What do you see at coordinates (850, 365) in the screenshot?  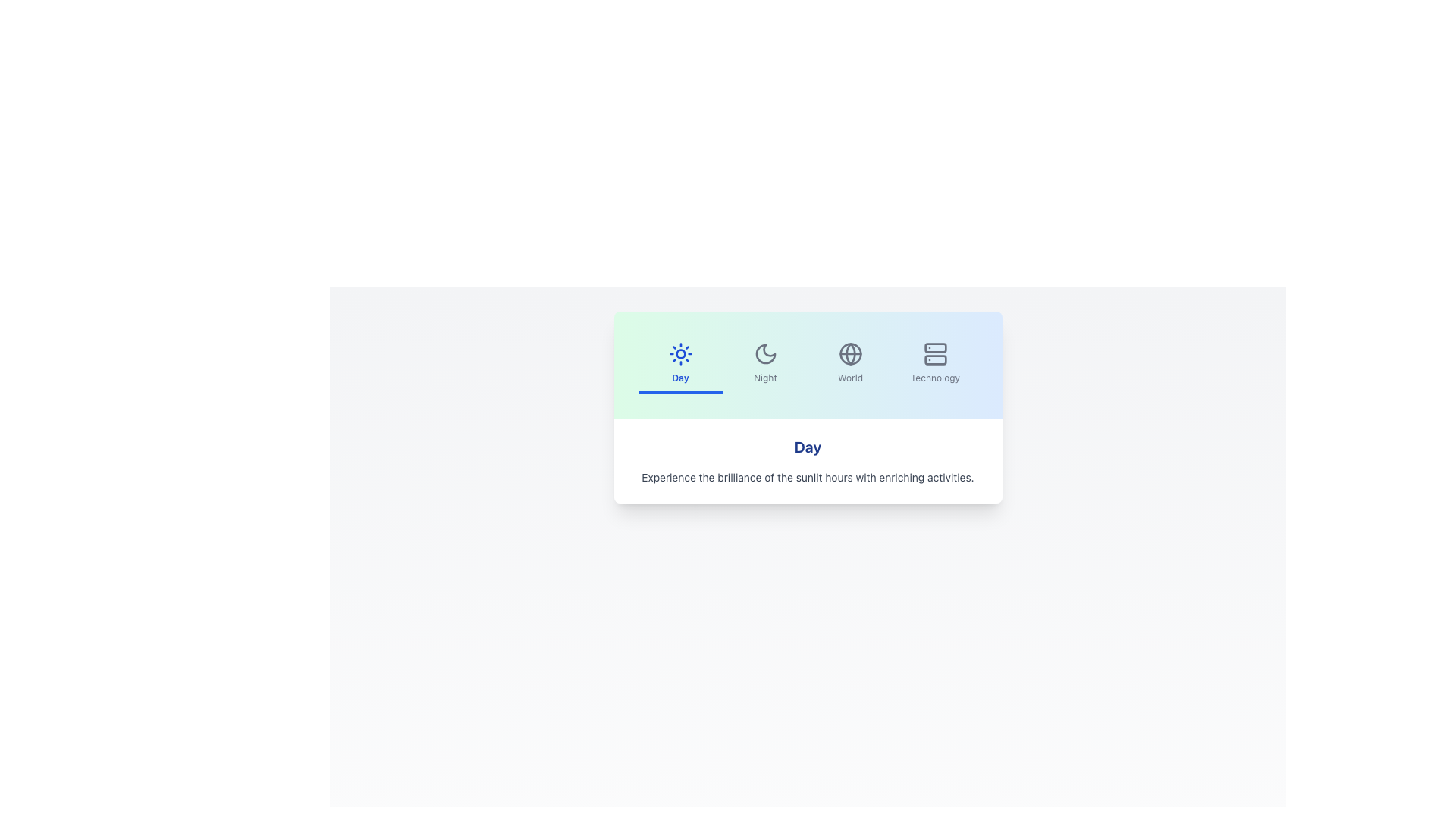 I see `the 'World' button, which is represented by a grey globe icon and located as the third option in a horizontal menu bar` at bounding box center [850, 365].